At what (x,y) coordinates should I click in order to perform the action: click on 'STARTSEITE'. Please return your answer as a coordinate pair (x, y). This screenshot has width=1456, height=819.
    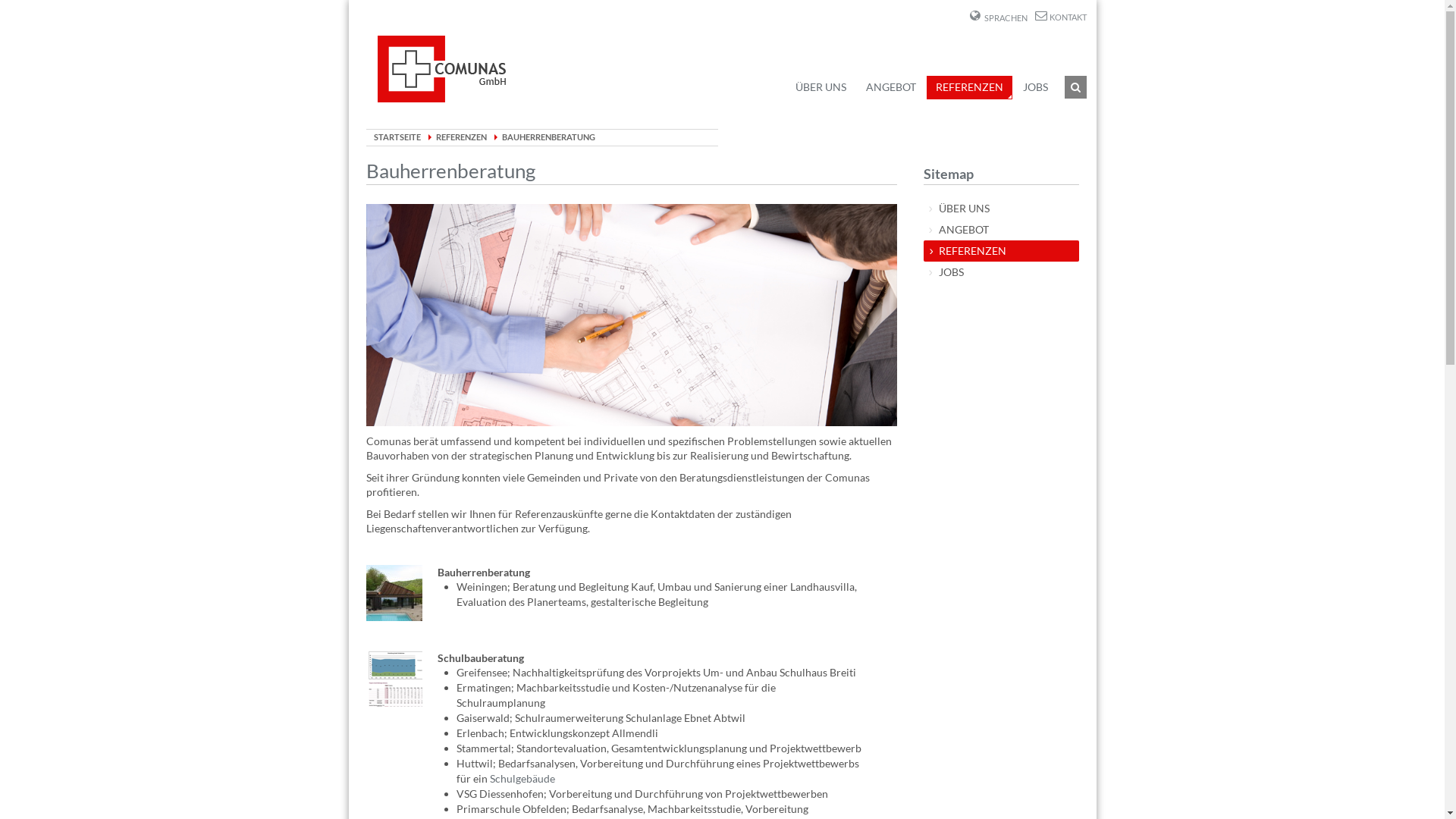
    Looking at the image, I should click on (397, 136).